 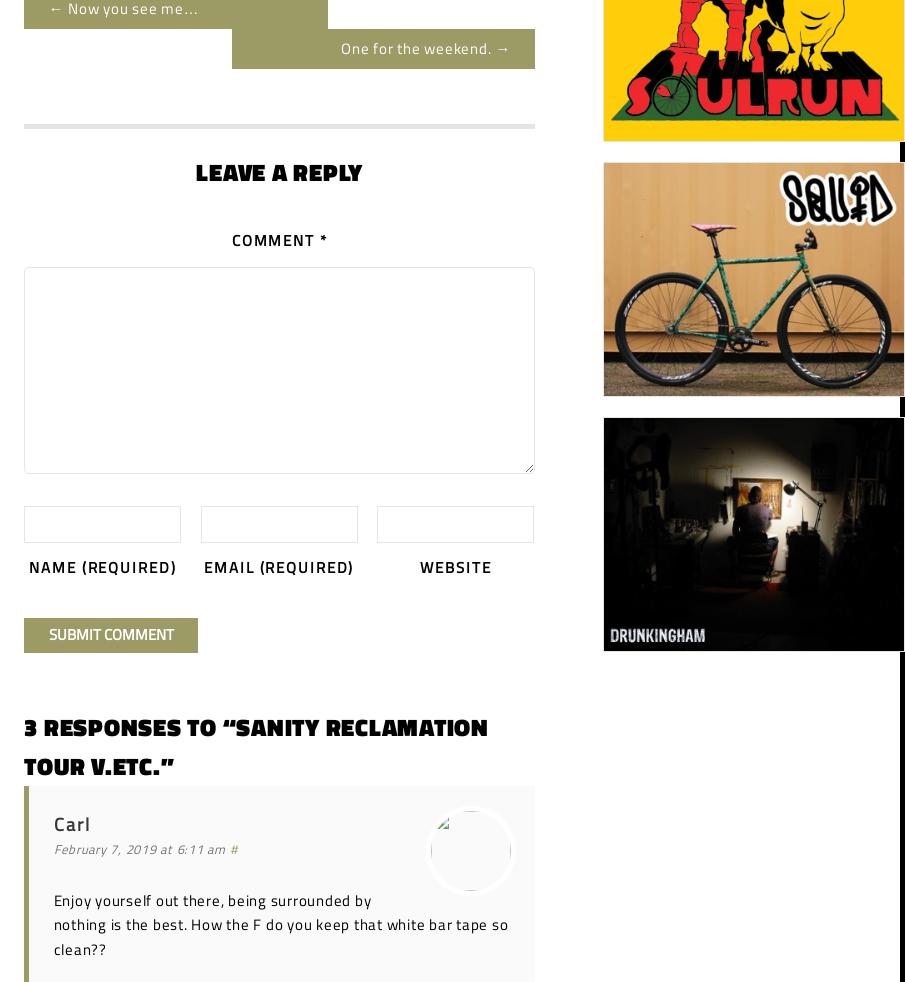 What do you see at coordinates (232, 849) in the screenshot?
I see `'#'` at bounding box center [232, 849].